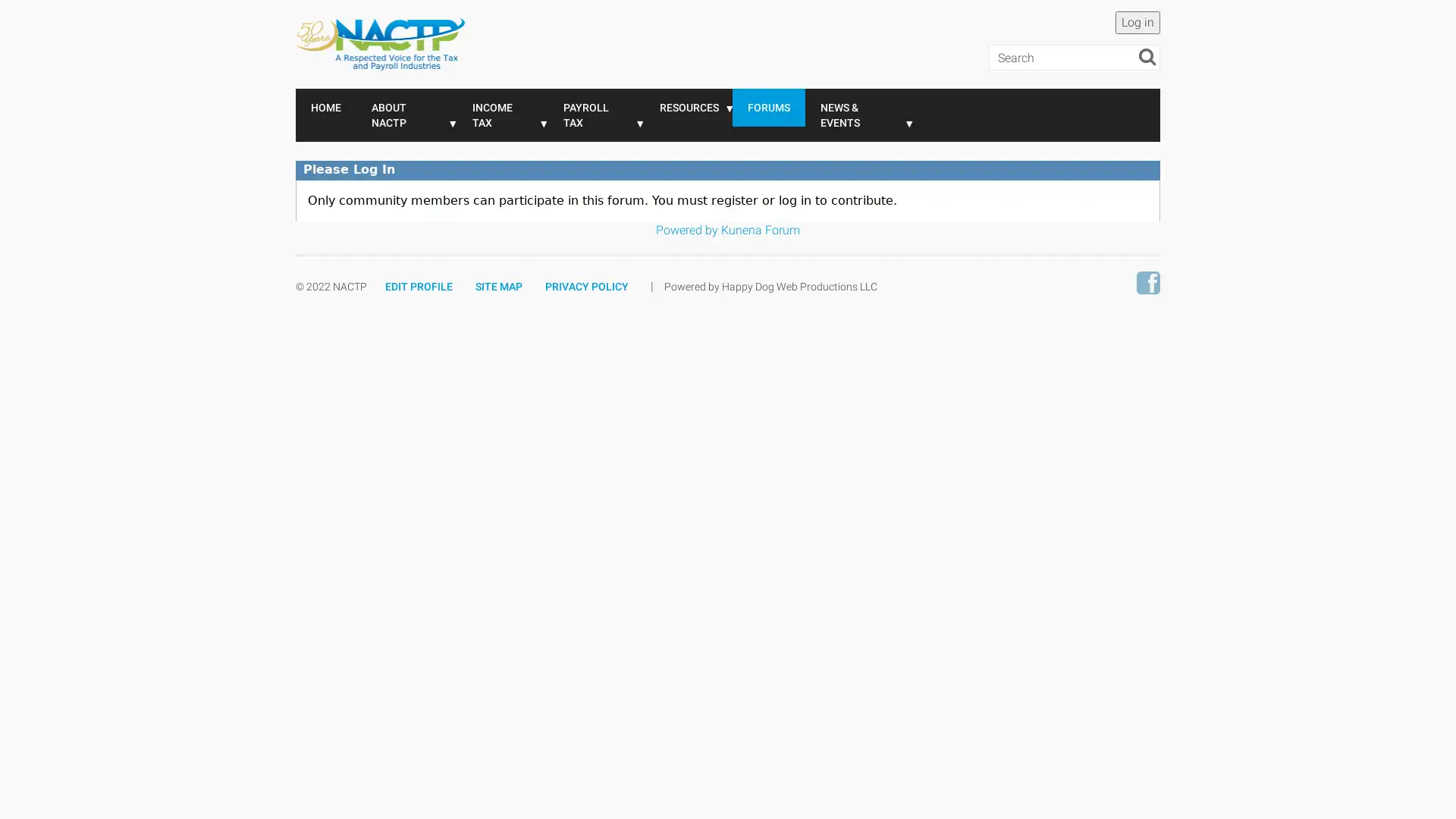  What do you see at coordinates (1137, 23) in the screenshot?
I see `Log in` at bounding box center [1137, 23].